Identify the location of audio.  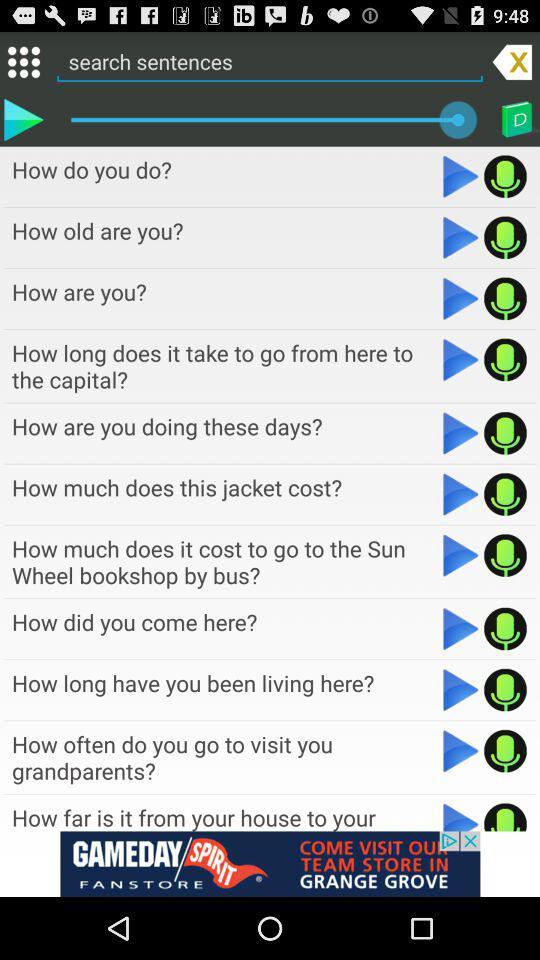
(461, 297).